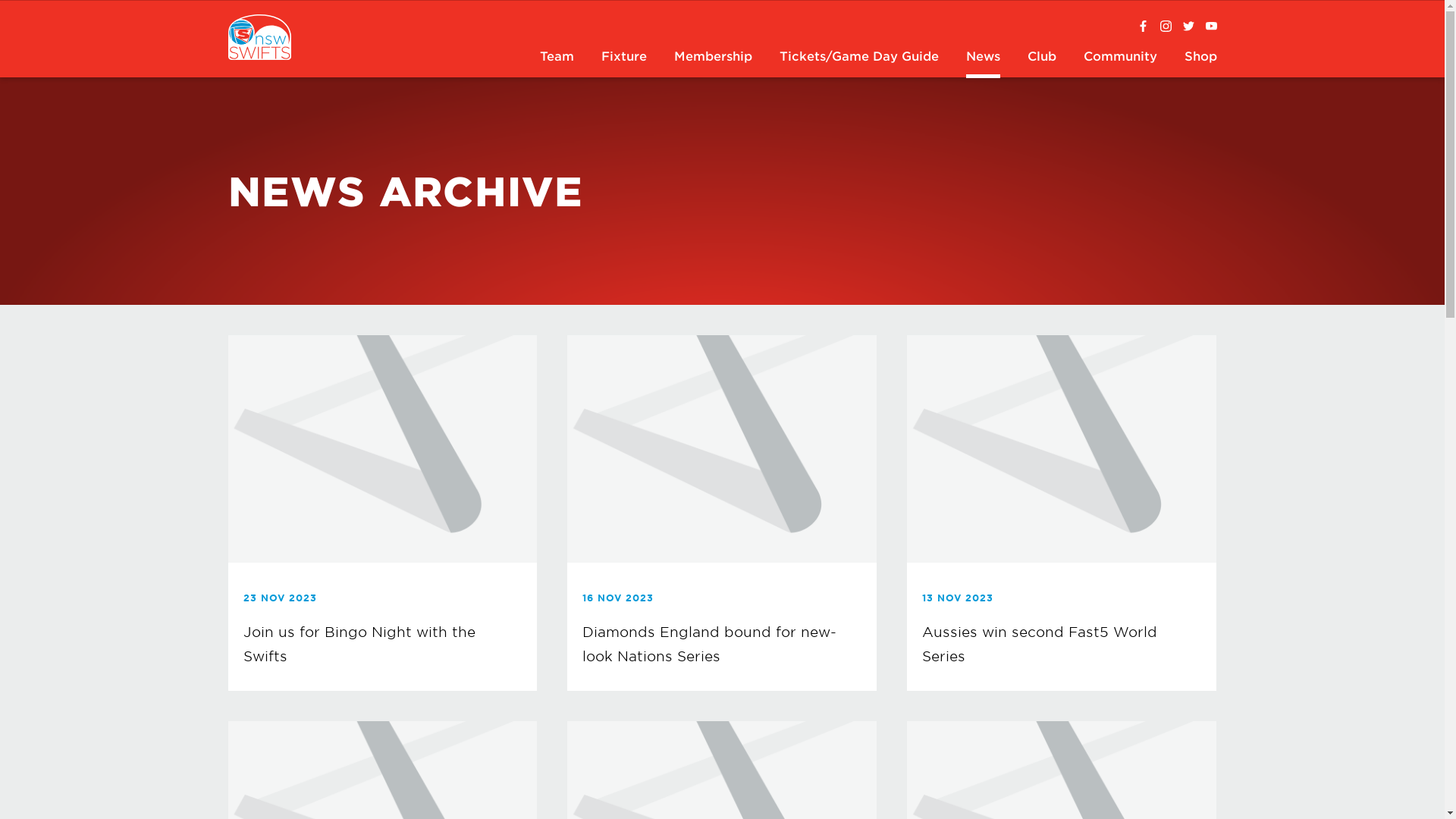 The height and width of the screenshot is (819, 1456). I want to click on '@nswswifts', so click(1165, 26).